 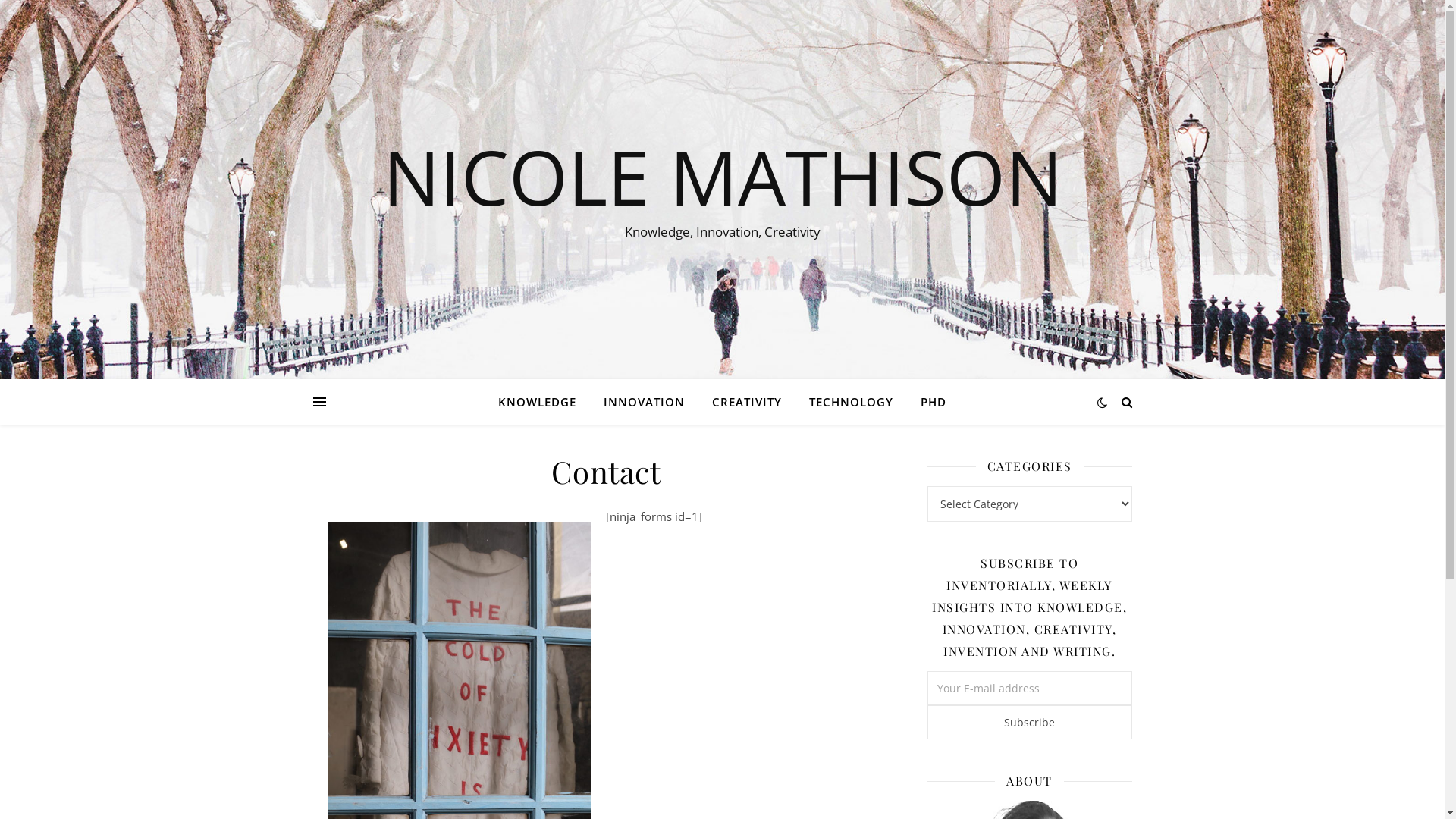 What do you see at coordinates (851, 400) in the screenshot?
I see `'TECHNOLOGY'` at bounding box center [851, 400].